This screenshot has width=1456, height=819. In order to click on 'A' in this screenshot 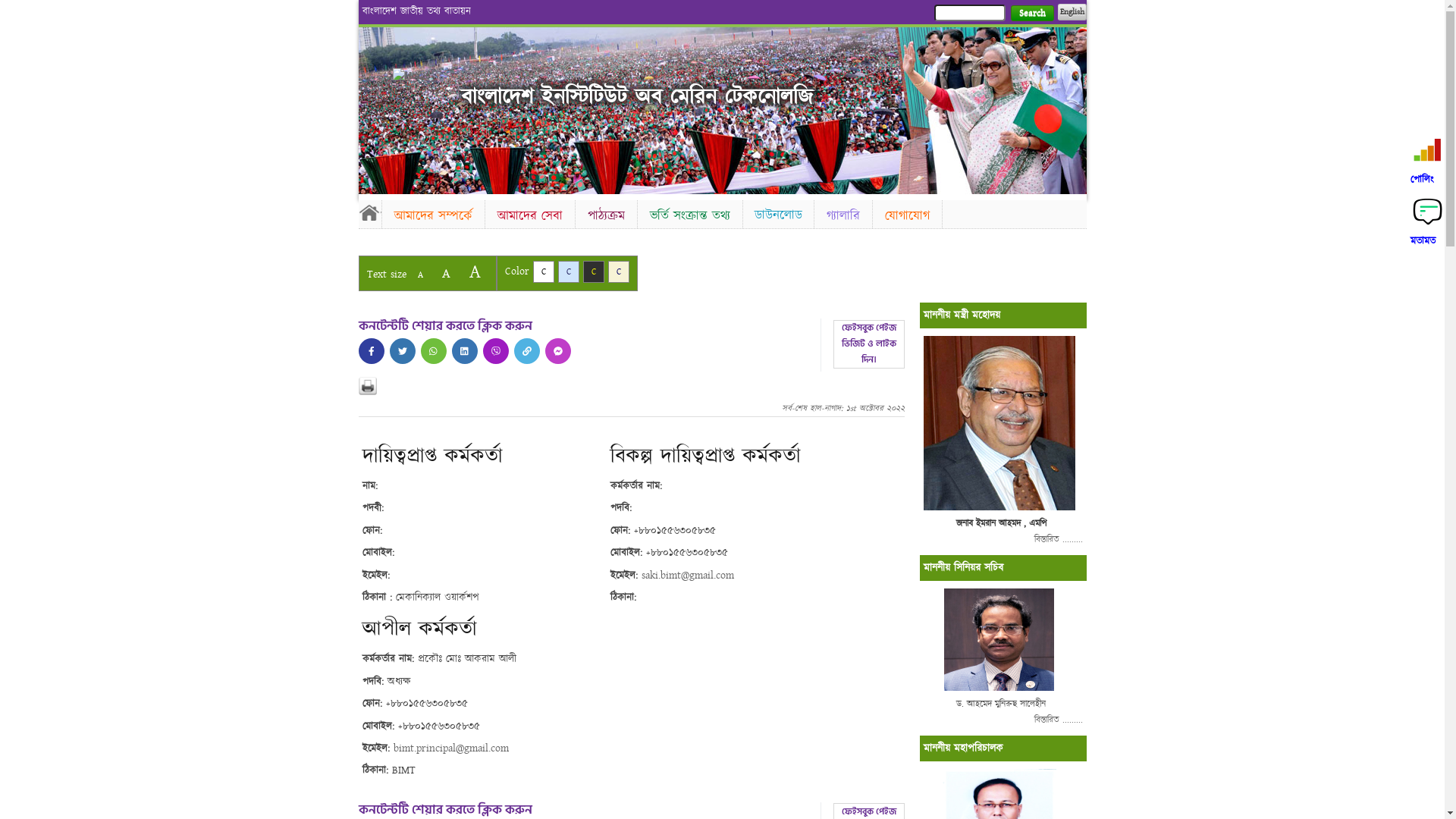, I will do `click(444, 273)`.